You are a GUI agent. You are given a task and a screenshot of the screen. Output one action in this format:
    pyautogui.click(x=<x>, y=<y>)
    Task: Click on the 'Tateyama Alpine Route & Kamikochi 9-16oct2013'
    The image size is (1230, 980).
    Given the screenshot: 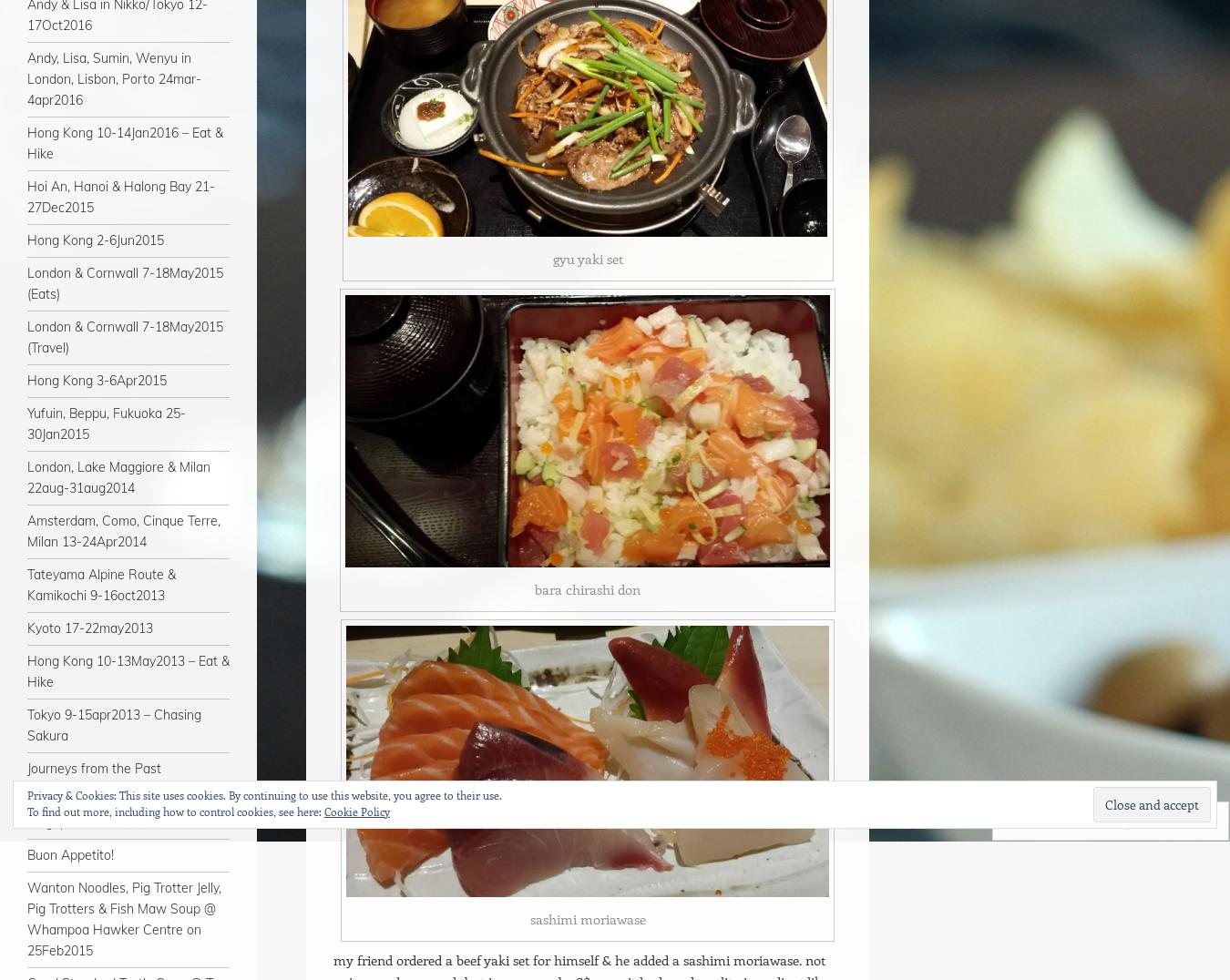 What is the action you would take?
    pyautogui.click(x=100, y=584)
    